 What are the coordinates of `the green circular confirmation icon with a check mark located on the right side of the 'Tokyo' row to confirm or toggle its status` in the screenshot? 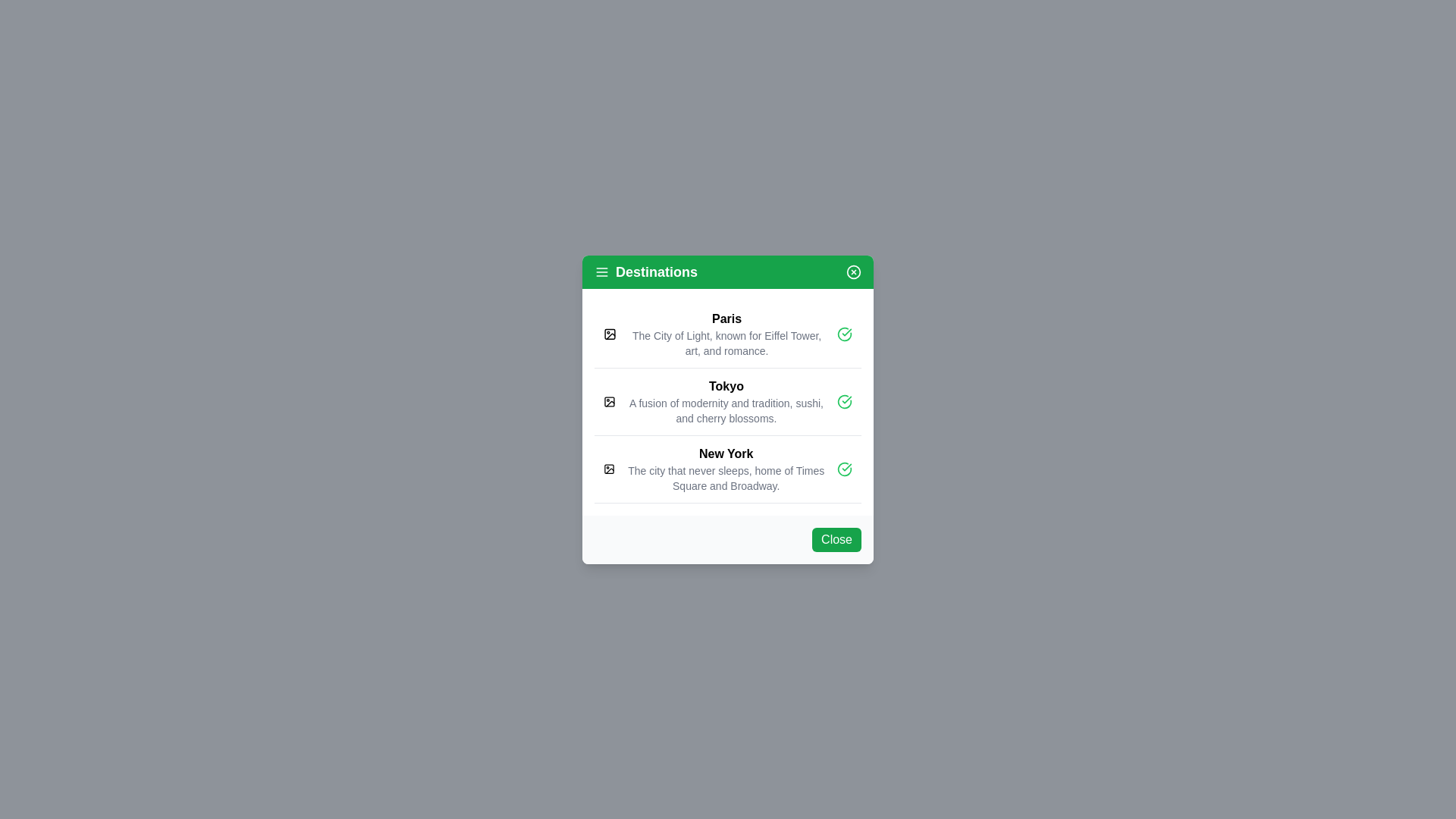 It's located at (843, 400).